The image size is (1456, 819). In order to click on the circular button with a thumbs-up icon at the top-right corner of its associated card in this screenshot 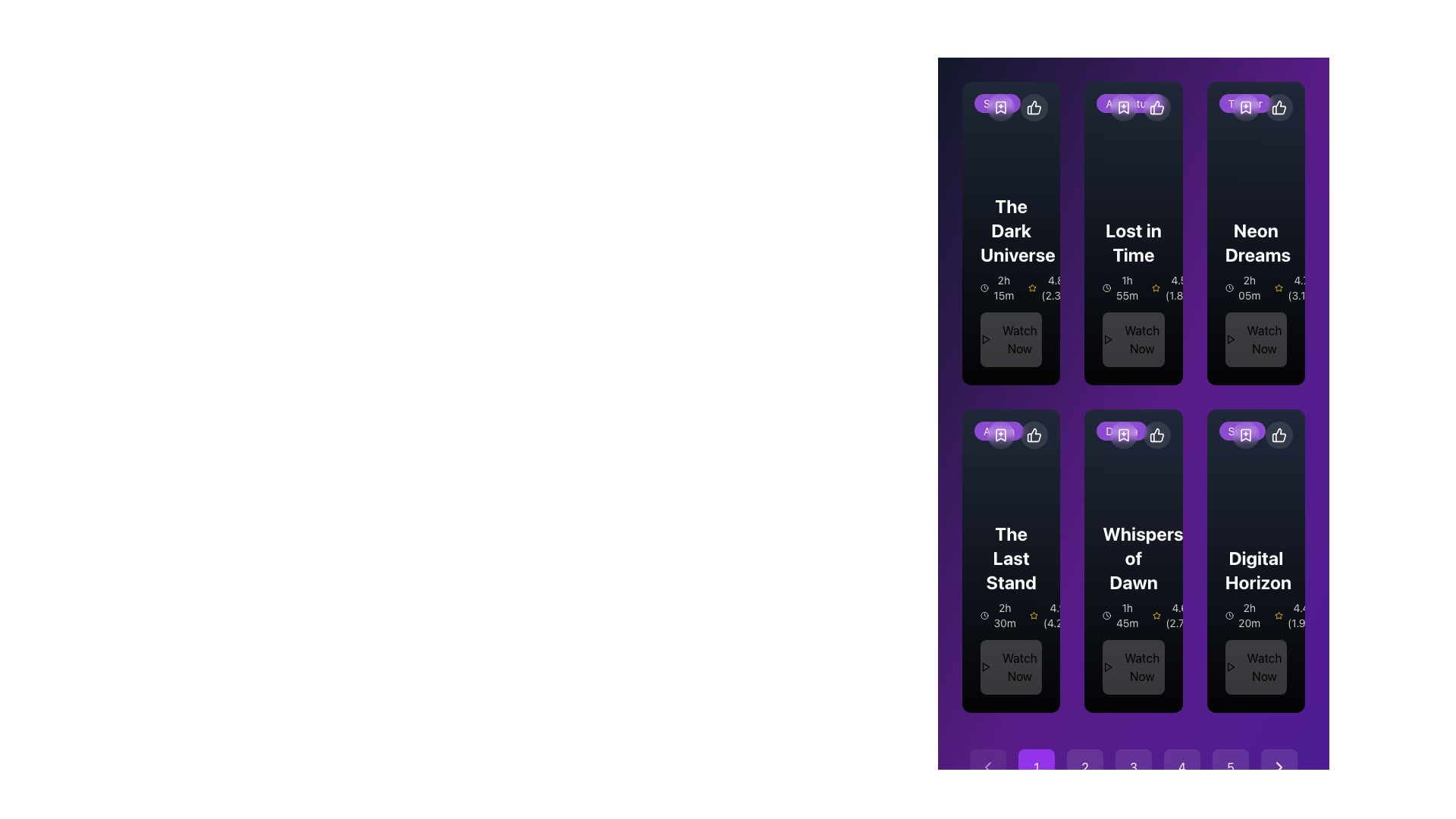, I will do `click(1034, 435)`.